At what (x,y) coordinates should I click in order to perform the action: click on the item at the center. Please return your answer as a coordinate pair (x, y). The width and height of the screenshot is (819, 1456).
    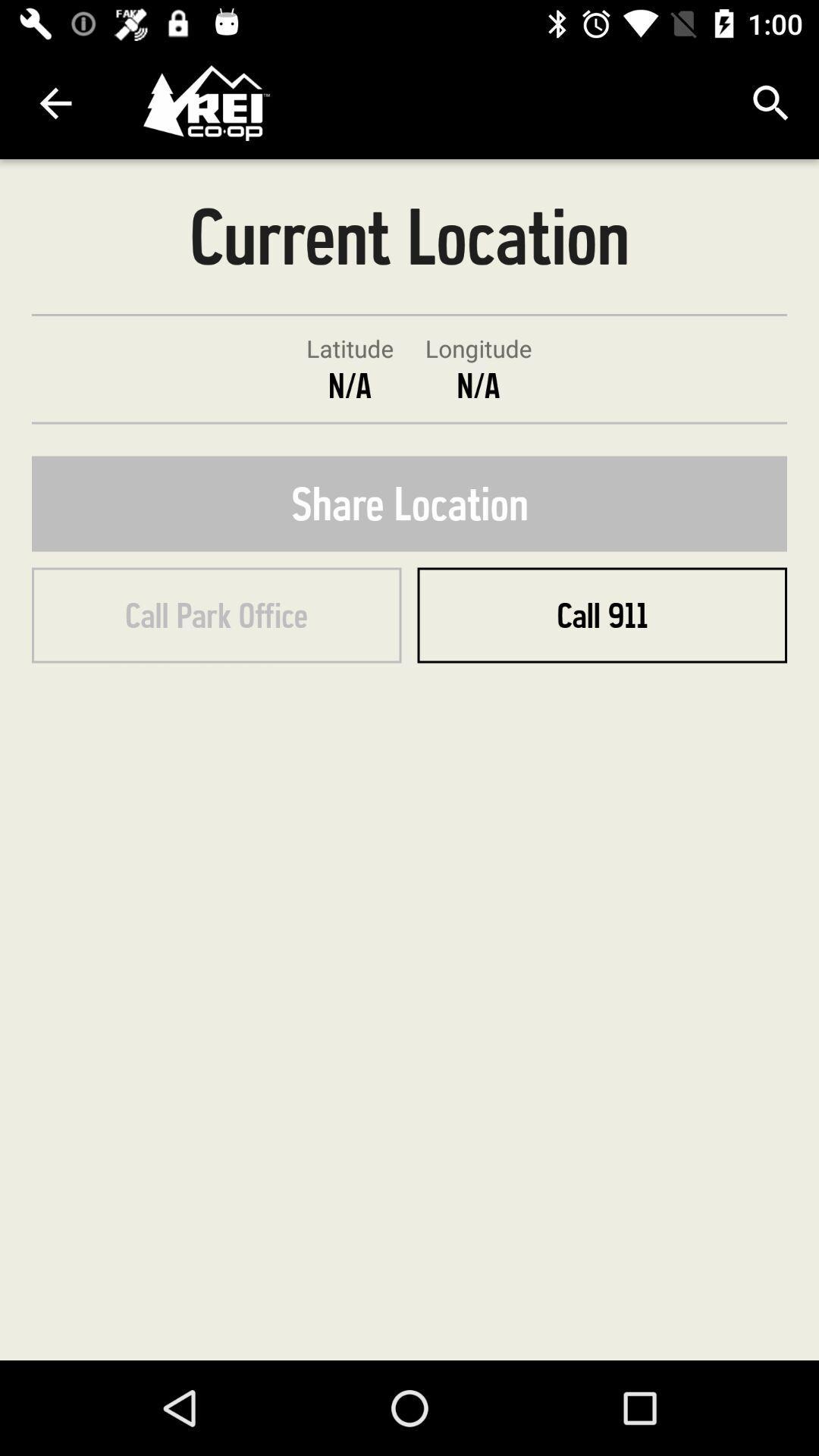
    Looking at the image, I should click on (409, 504).